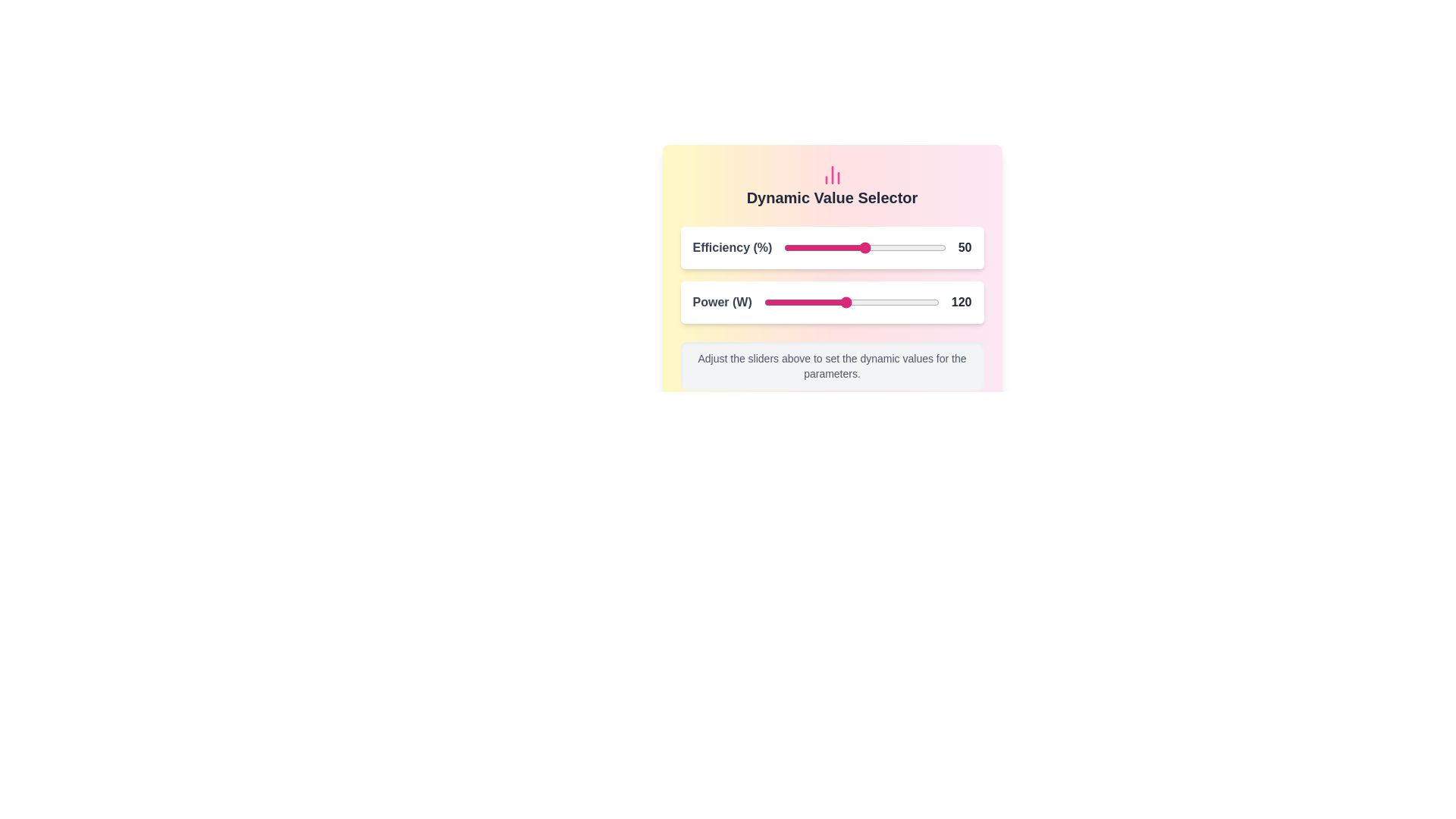 Image resolution: width=1456 pixels, height=819 pixels. Describe the element at coordinates (902, 247) in the screenshot. I see `the Efficiency slider to 73 percentage` at that location.